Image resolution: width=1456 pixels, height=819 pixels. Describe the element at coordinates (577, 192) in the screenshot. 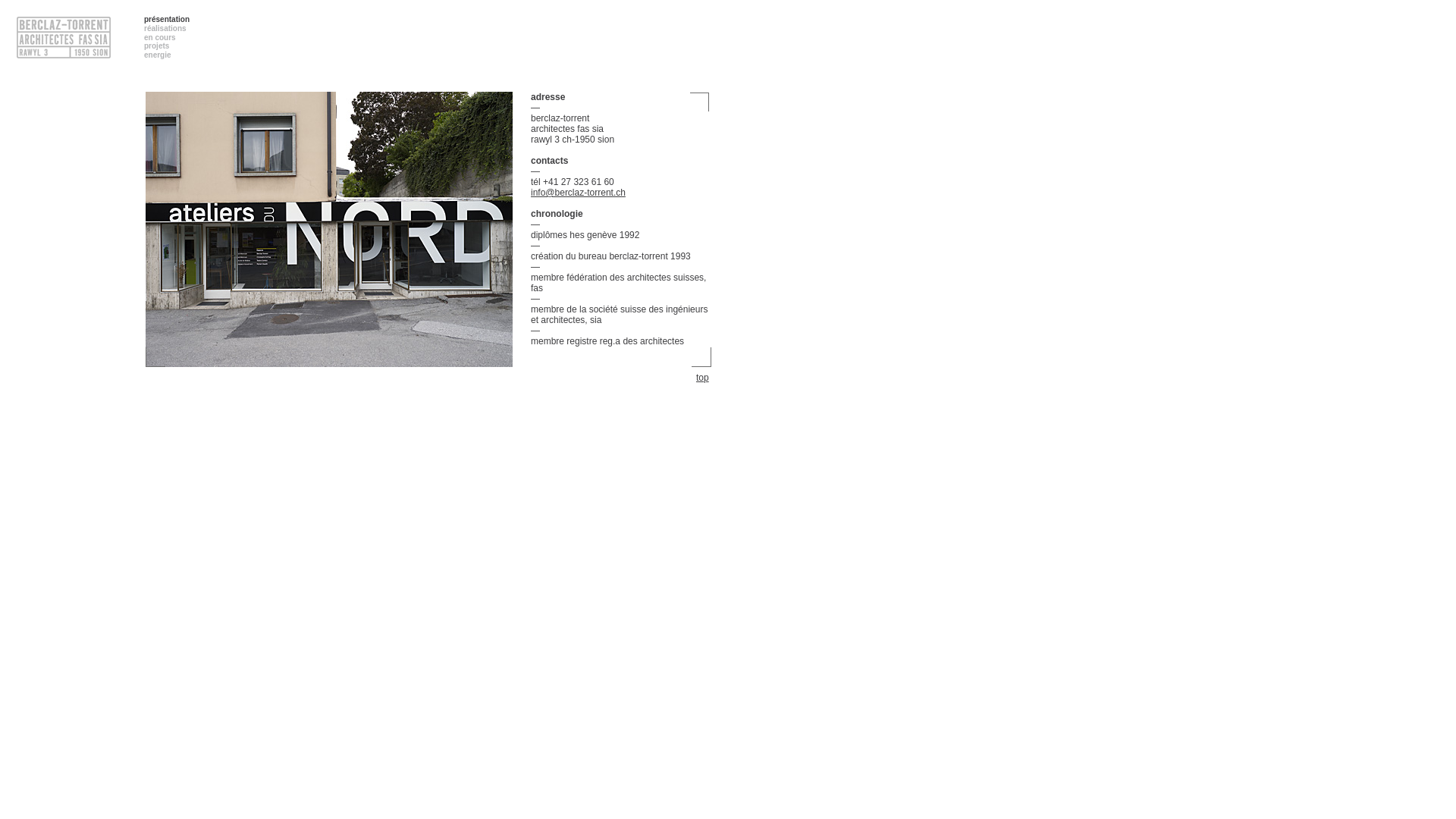

I see `'info@berclaz-torrent.ch'` at that location.